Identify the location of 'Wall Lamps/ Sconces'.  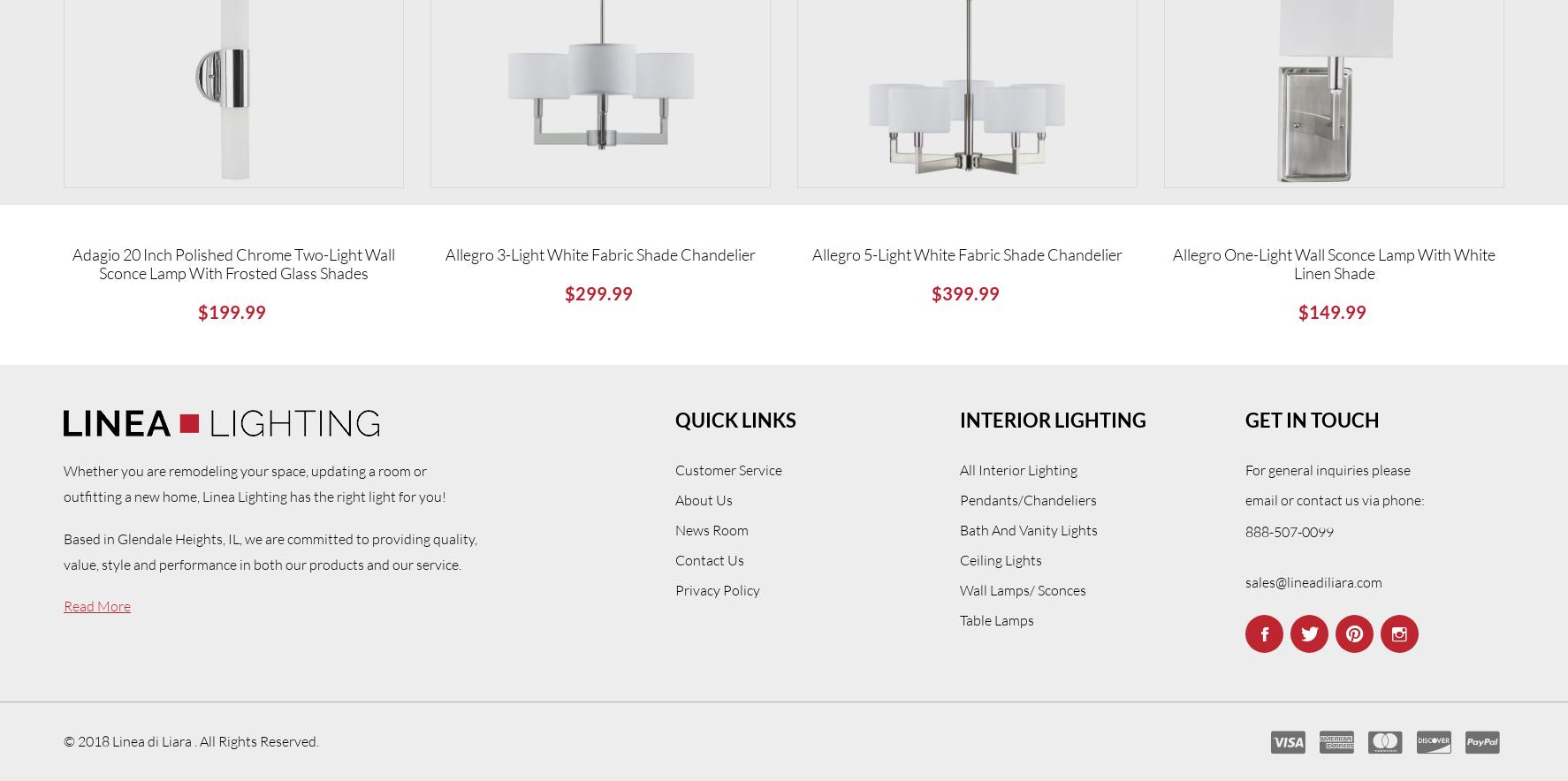
(1023, 588).